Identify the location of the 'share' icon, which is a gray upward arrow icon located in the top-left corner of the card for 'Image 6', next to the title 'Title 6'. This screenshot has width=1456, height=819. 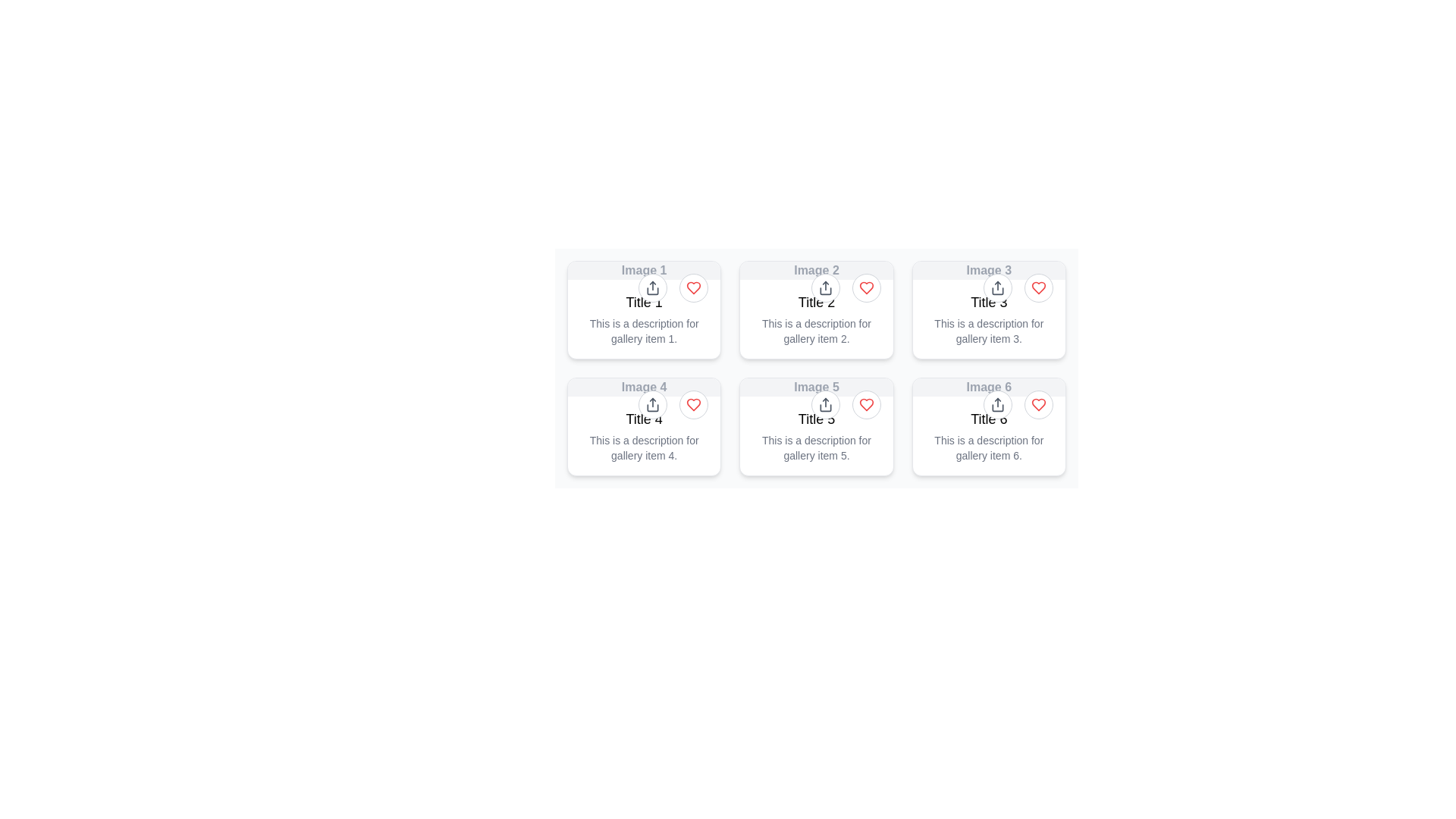
(997, 403).